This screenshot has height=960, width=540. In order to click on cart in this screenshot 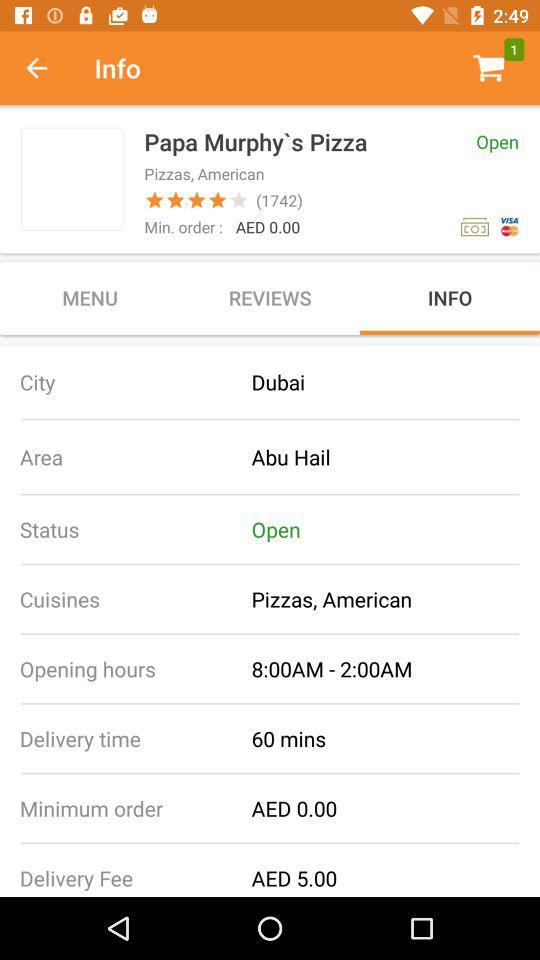, I will do `click(487, 68)`.